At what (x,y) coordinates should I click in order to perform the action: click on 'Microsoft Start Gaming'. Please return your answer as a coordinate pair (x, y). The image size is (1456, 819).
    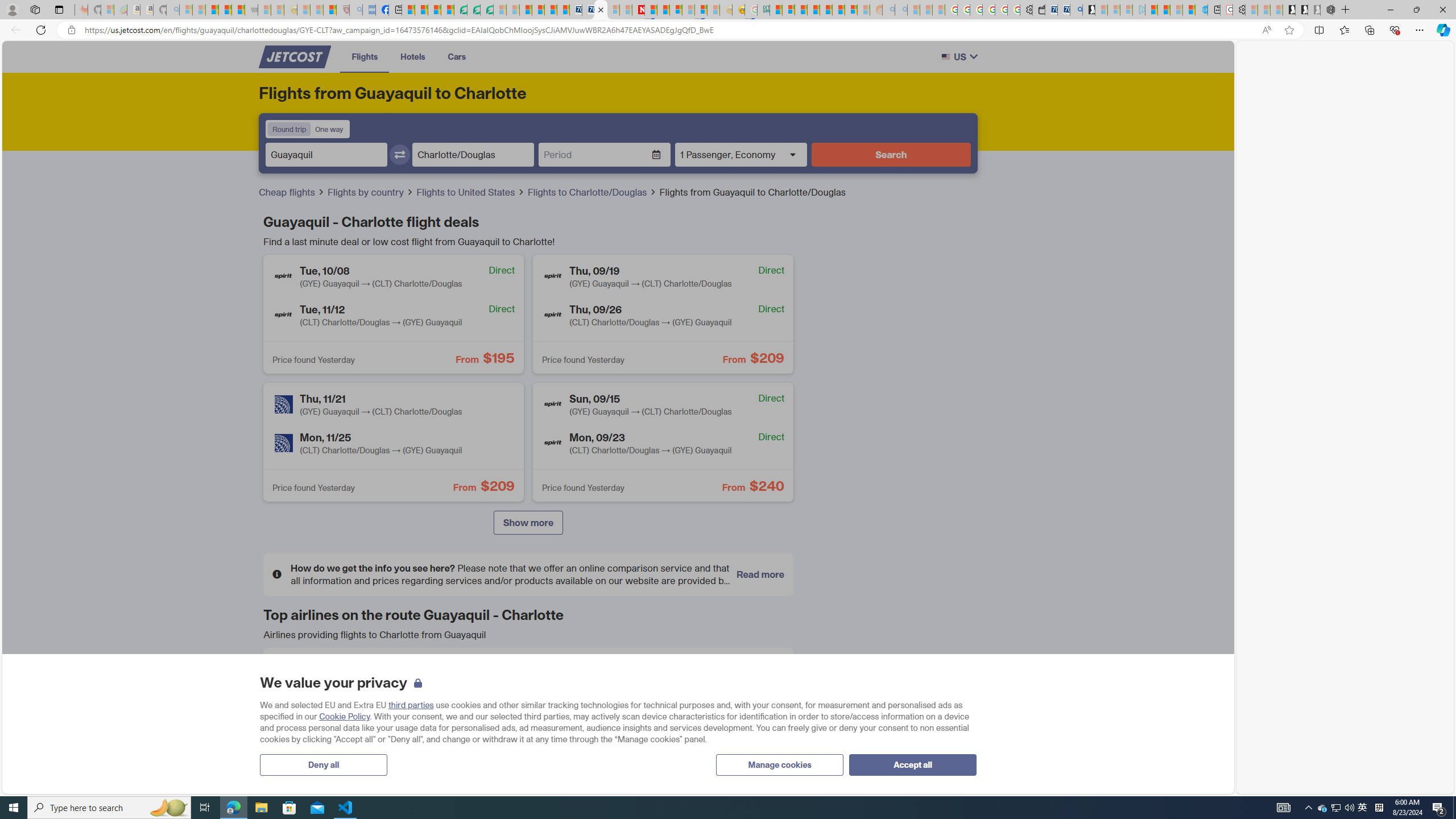
    Looking at the image, I should click on (1087, 9).